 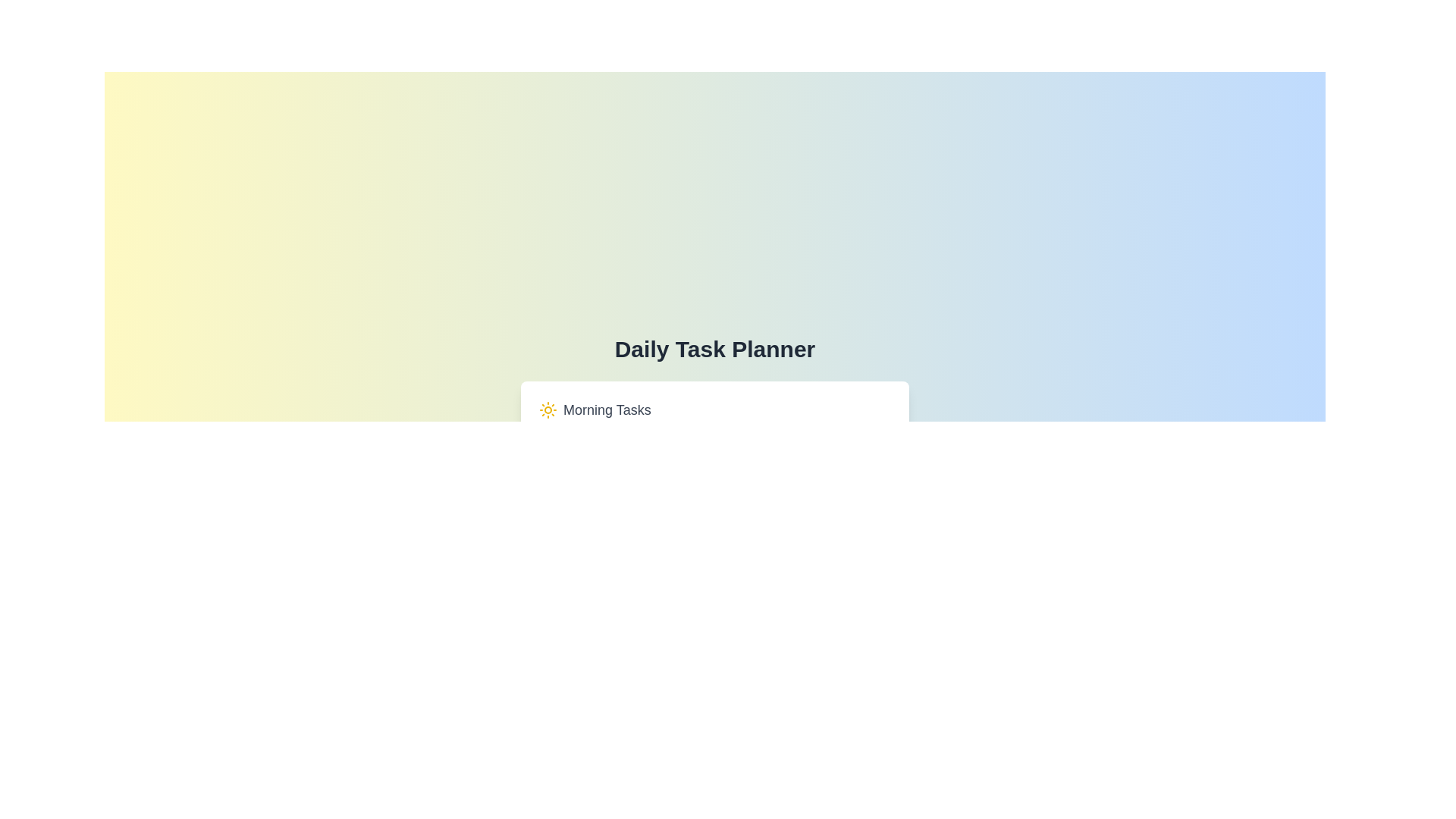 What do you see at coordinates (714, 350) in the screenshot?
I see `the 'Daily Task Planner' text display header element, which is a bold, large font label styled in black and centered within a gradient background from yellow to blue` at bounding box center [714, 350].